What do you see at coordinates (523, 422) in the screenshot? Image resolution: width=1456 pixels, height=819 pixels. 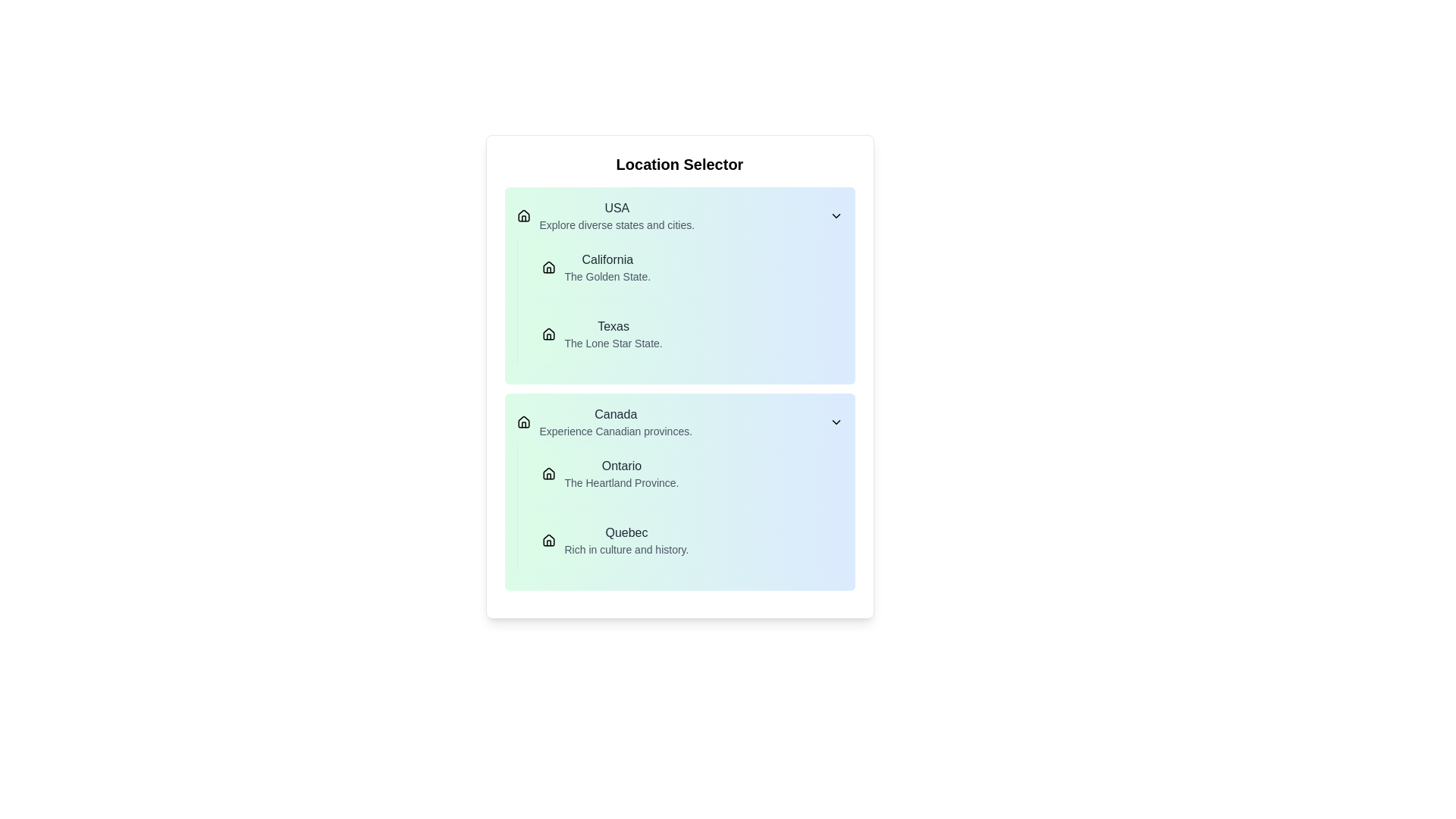 I see `the home icon located in the top-left corner of the 'Canada' group, adjacent to the title 'Canada'` at bounding box center [523, 422].